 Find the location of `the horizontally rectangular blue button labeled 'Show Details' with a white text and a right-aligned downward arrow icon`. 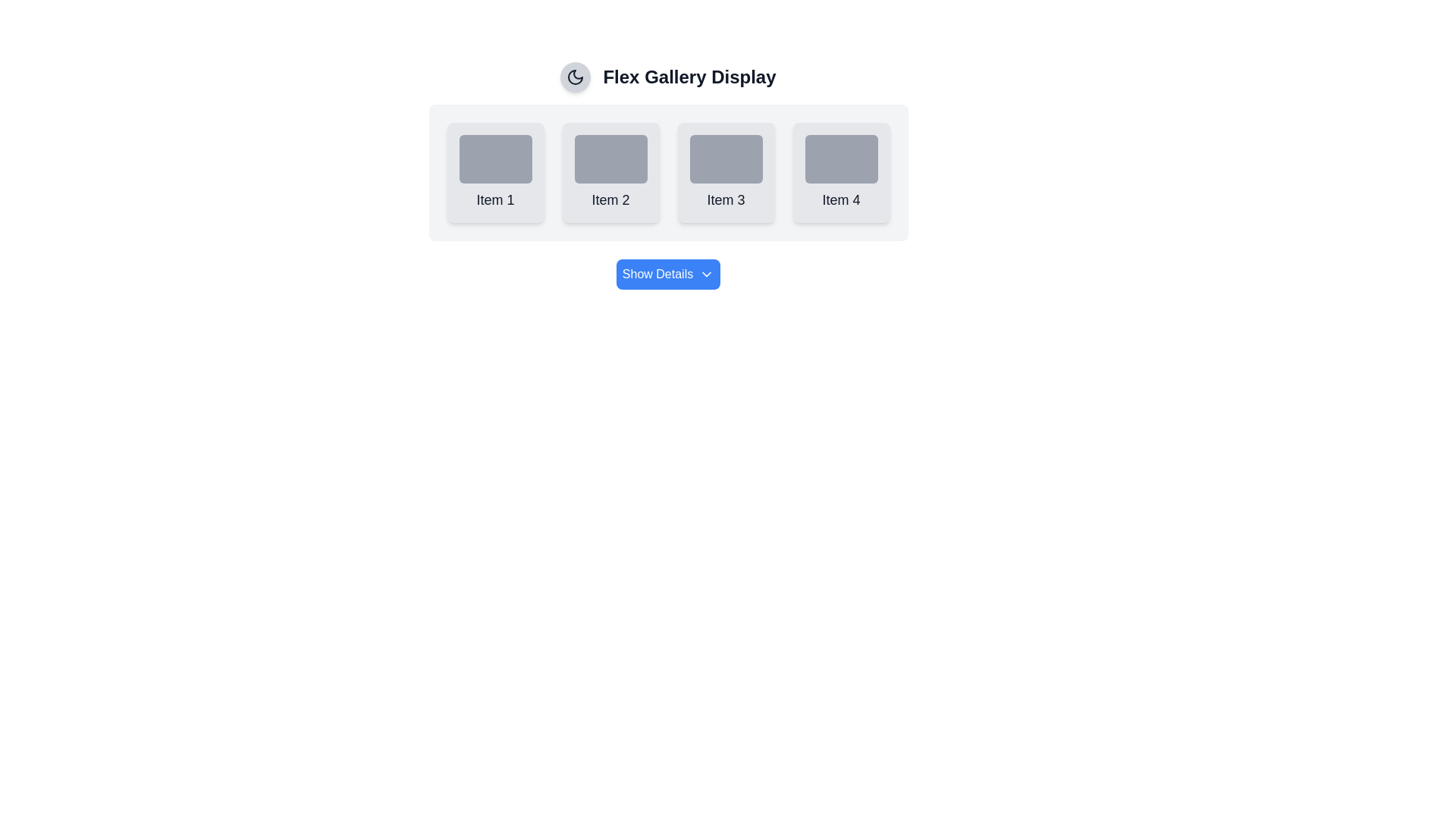

the horizontally rectangular blue button labeled 'Show Details' with a white text and a right-aligned downward arrow icon is located at coordinates (667, 275).